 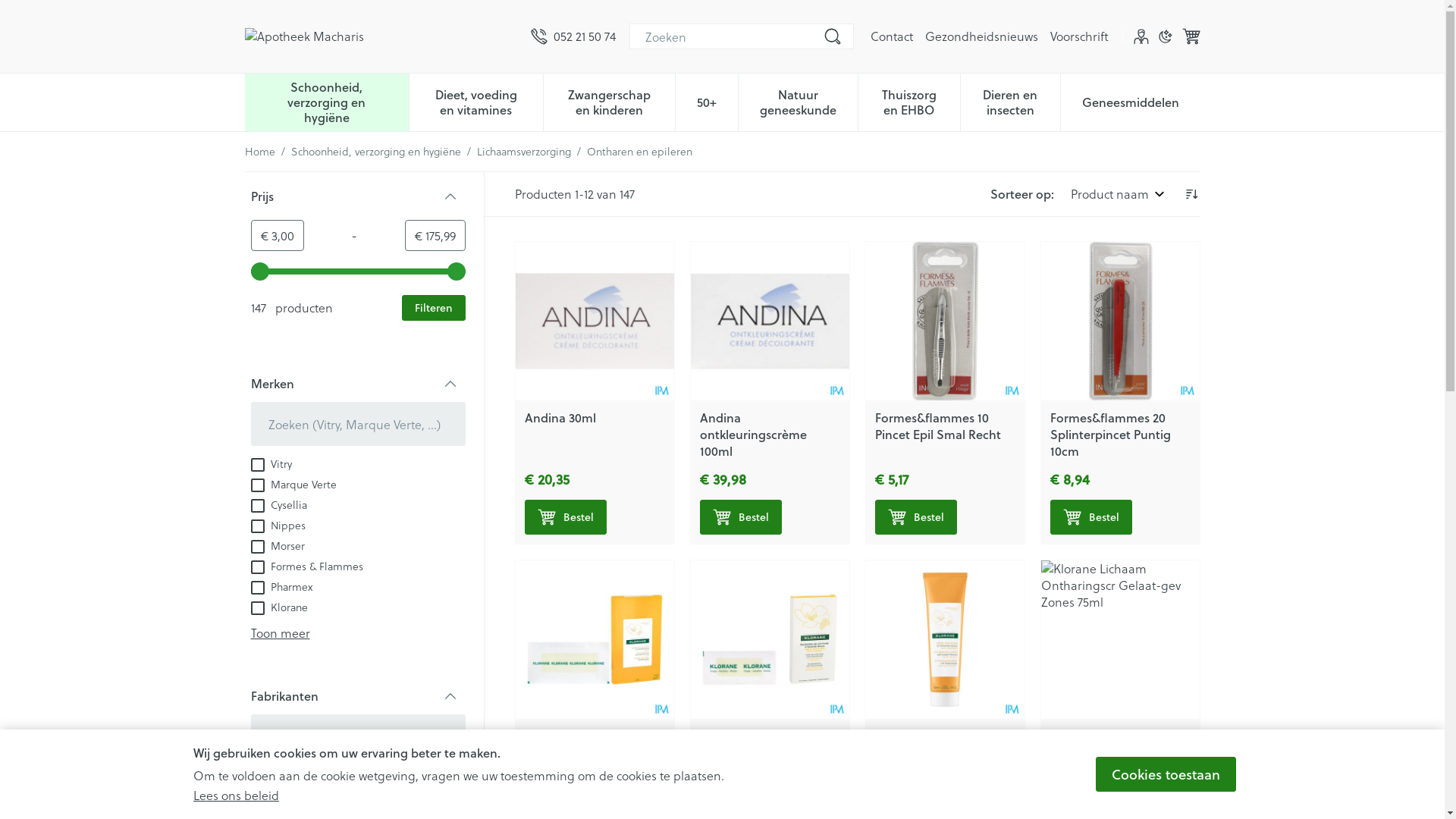 What do you see at coordinates (432, 307) in the screenshot?
I see `'Filteren'` at bounding box center [432, 307].